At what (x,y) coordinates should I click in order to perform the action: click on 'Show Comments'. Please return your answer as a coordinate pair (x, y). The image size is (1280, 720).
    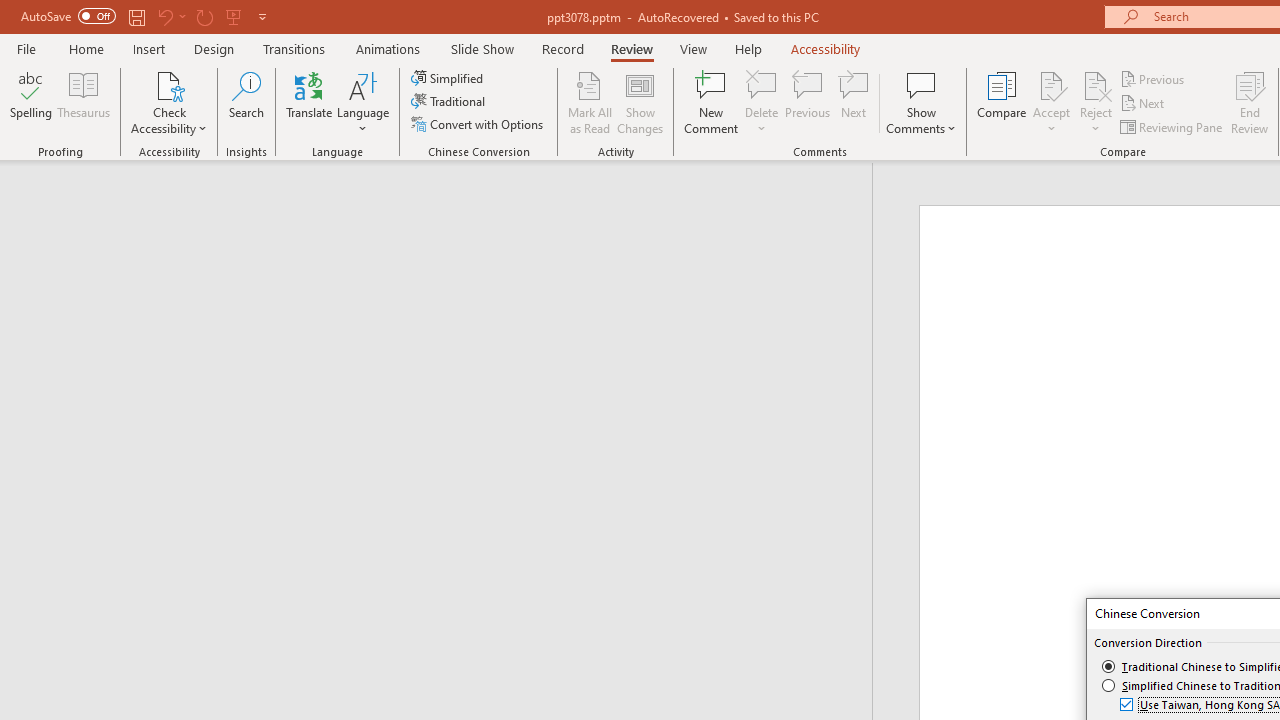
    Looking at the image, I should click on (920, 84).